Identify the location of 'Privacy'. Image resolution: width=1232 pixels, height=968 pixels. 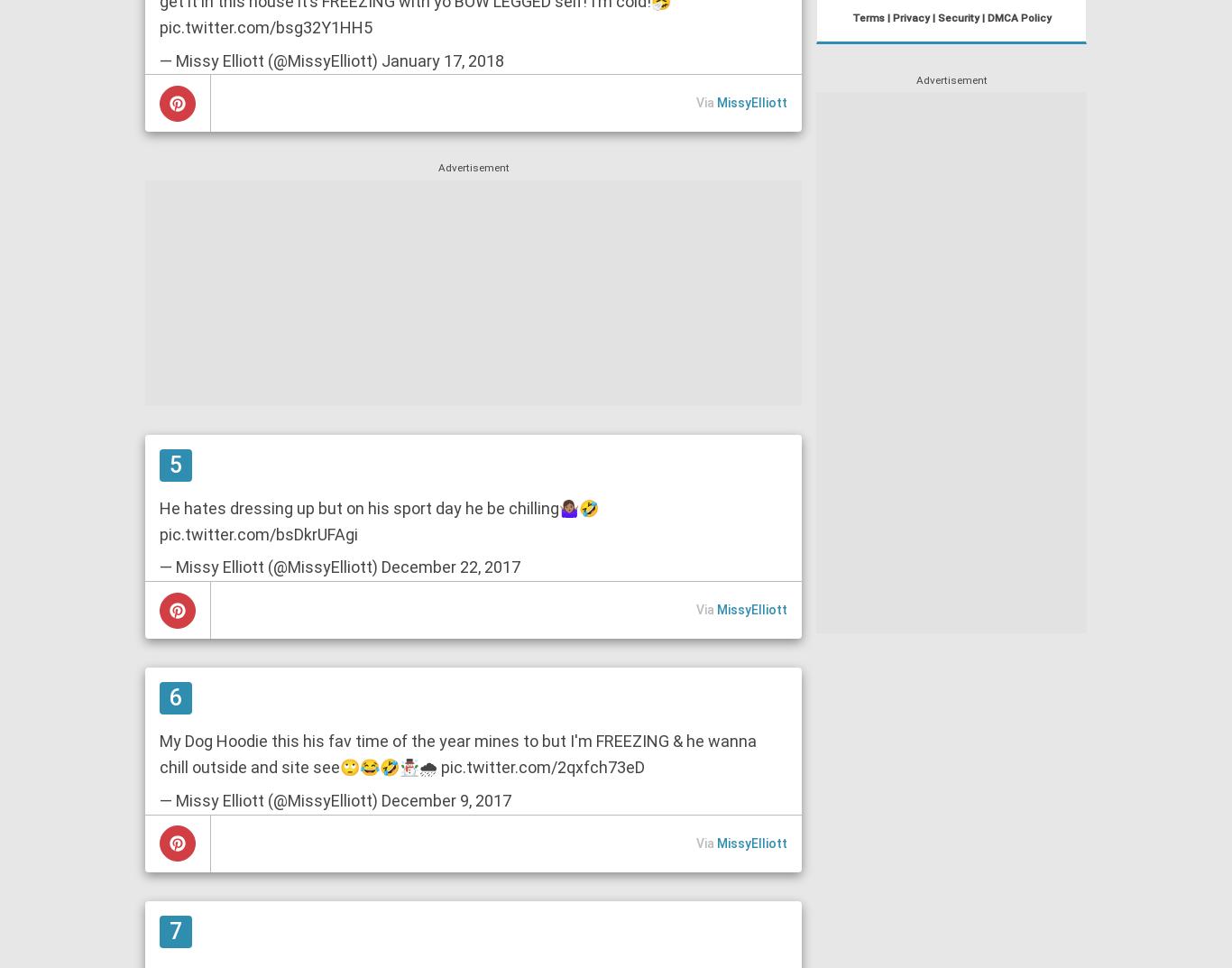
(891, 16).